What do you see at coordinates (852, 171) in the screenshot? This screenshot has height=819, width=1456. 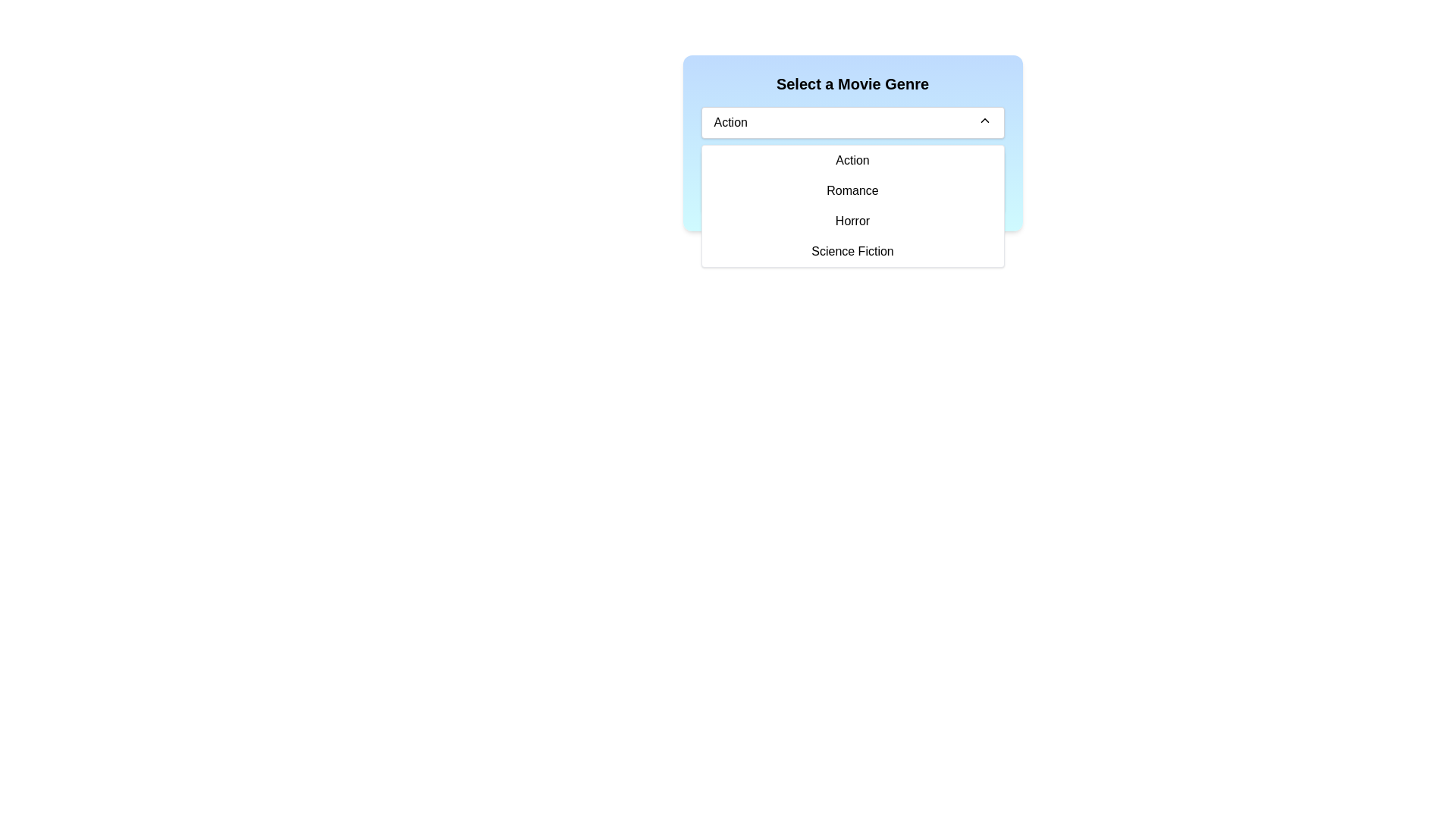 I see `the first selectable option in the dropdown menu titled 'Select a Movie Genre'` at bounding box center [852, 171].